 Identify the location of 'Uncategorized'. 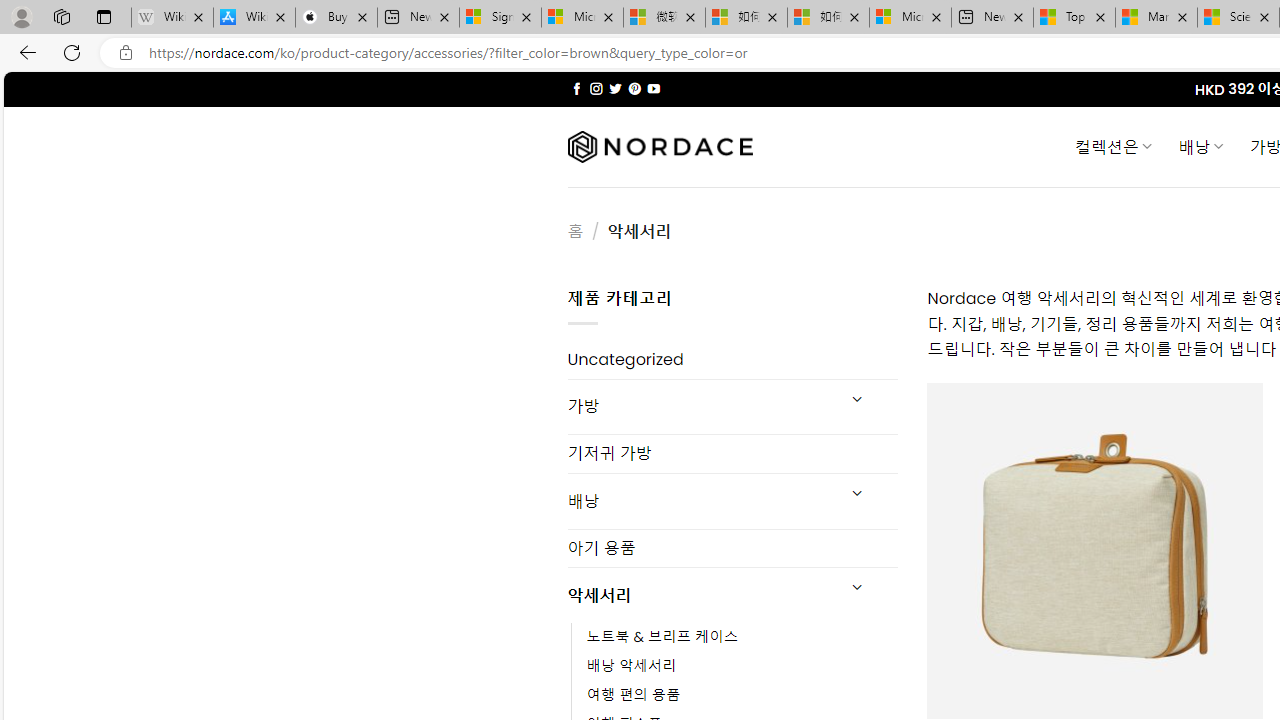
(731, 360).